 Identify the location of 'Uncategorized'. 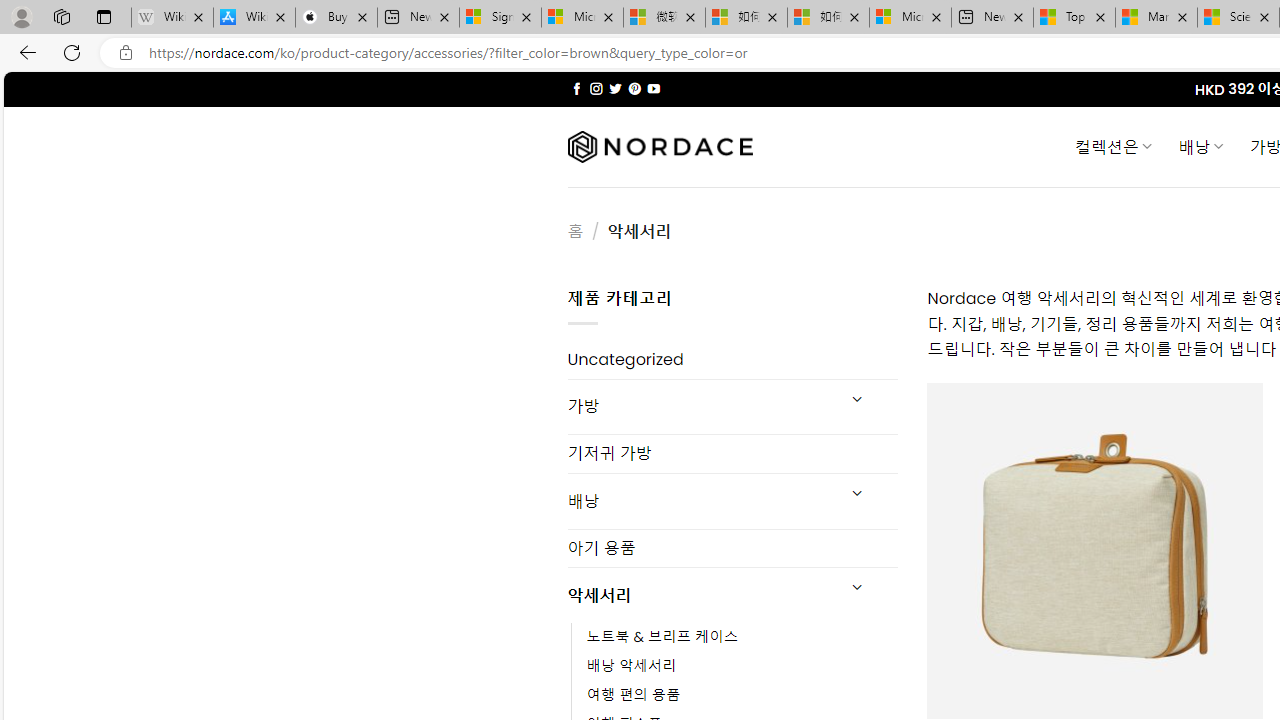
(731, 360).